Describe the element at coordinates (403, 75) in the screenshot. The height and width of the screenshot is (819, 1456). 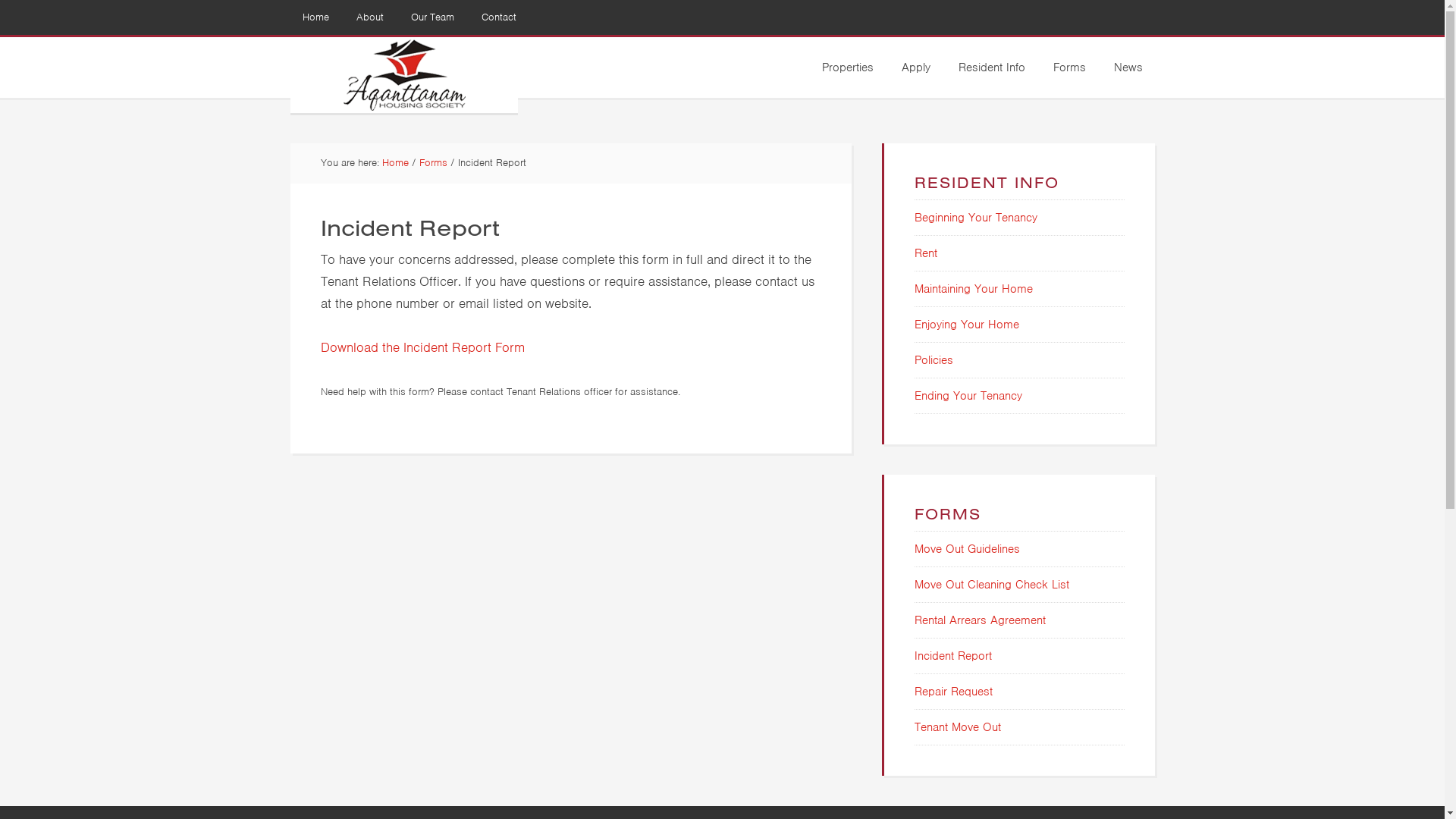
I see `'AQANTTANAM HOUSING SOCIETY'` at that location.